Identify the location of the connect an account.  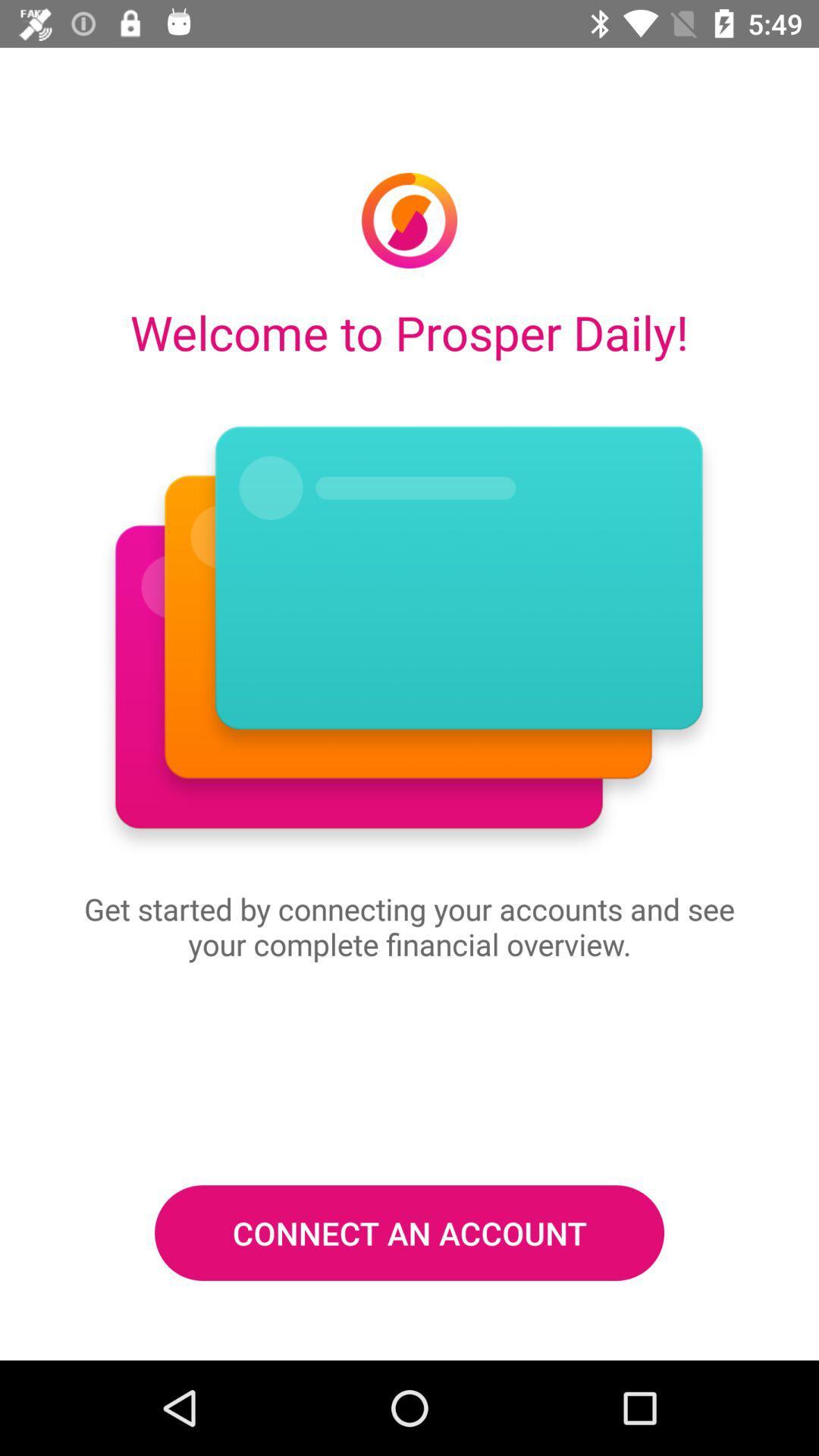
(409, 1233).